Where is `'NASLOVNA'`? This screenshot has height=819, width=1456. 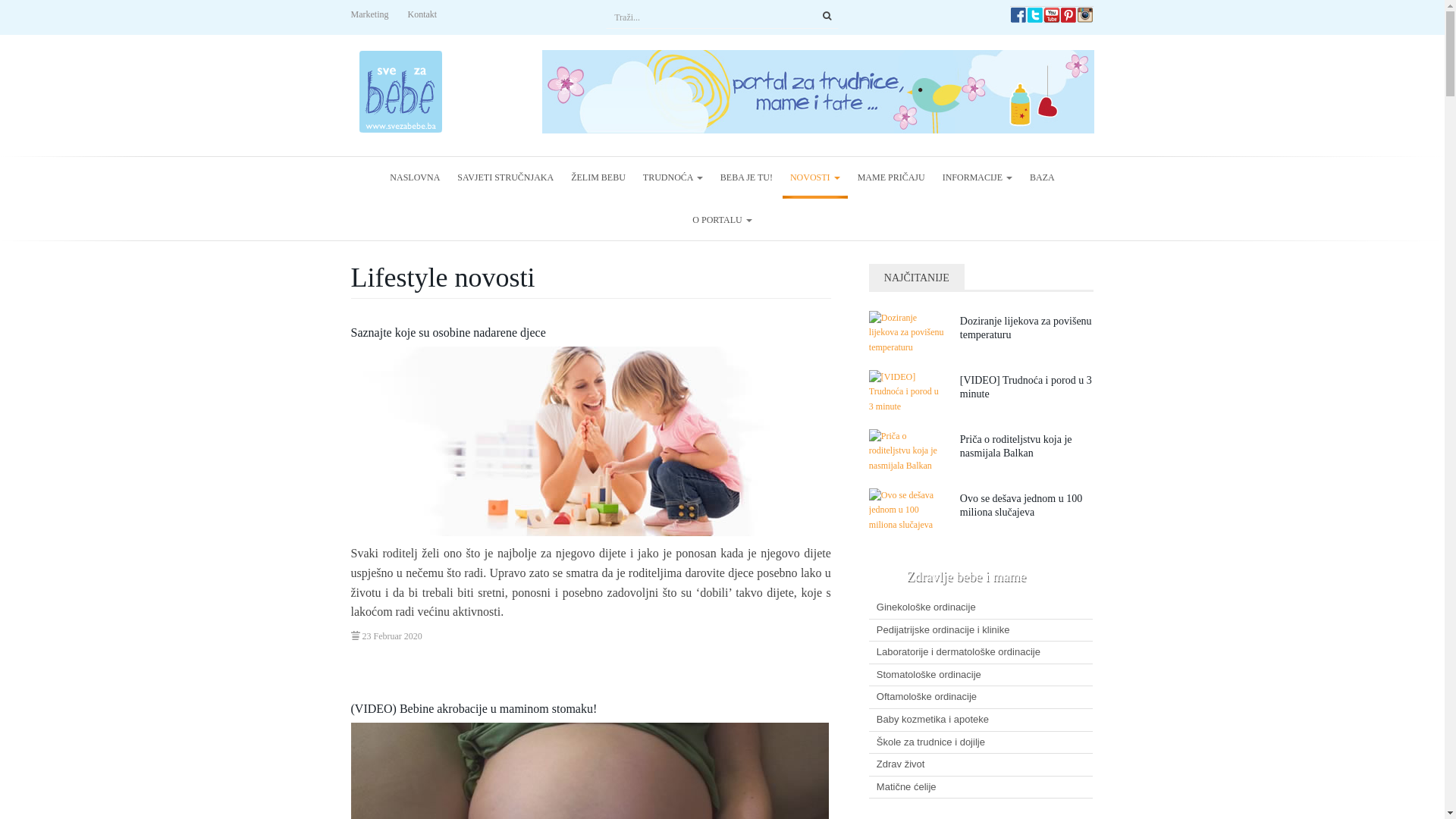 'NASLOVNA' is located at coordinates (415, 177).